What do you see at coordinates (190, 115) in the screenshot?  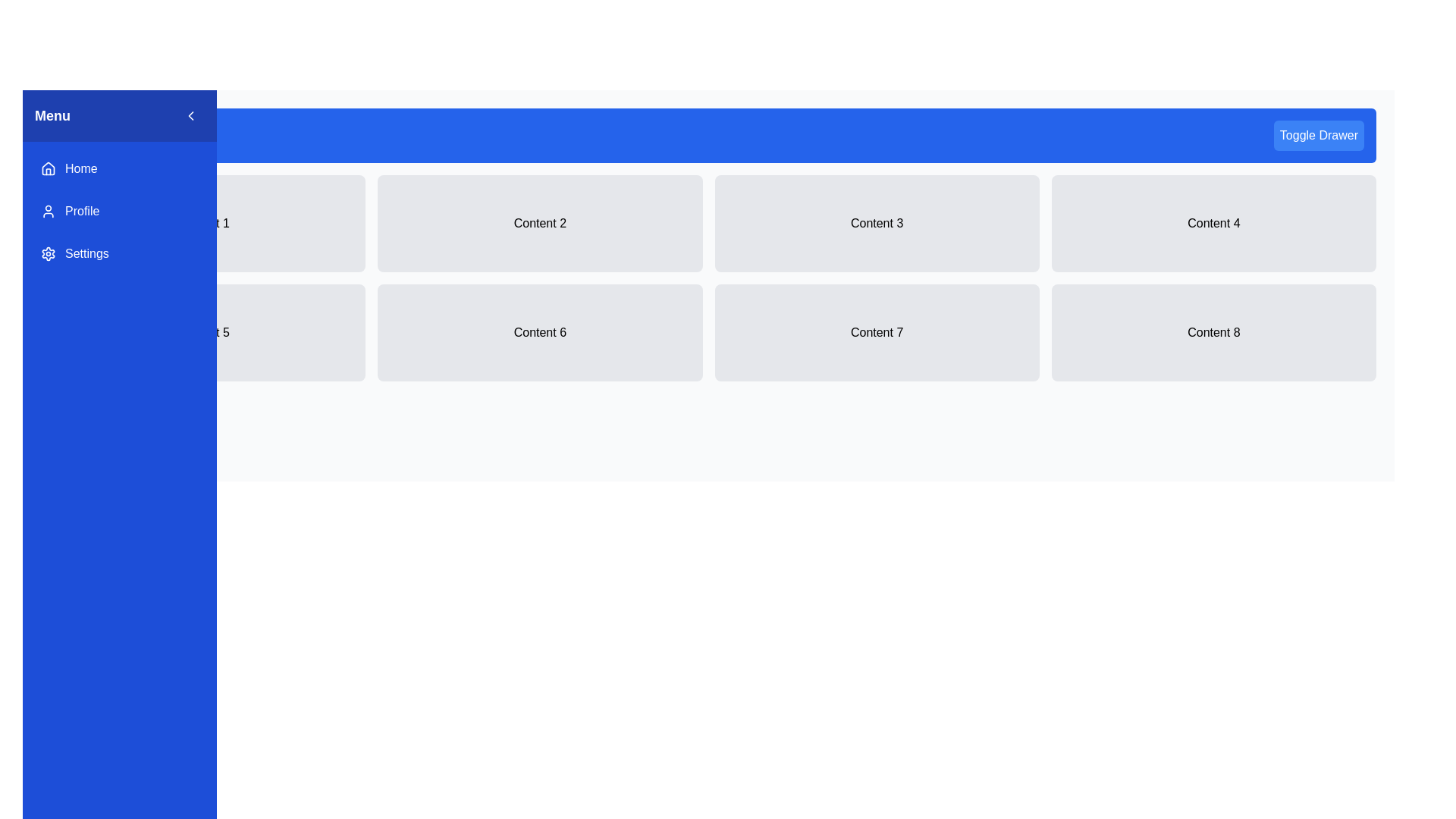 I see `the left-pointing chevron icon button located in the upper-right corner of the blue menu sidebar to receive visual feedback` at bounding box center [190, 115].